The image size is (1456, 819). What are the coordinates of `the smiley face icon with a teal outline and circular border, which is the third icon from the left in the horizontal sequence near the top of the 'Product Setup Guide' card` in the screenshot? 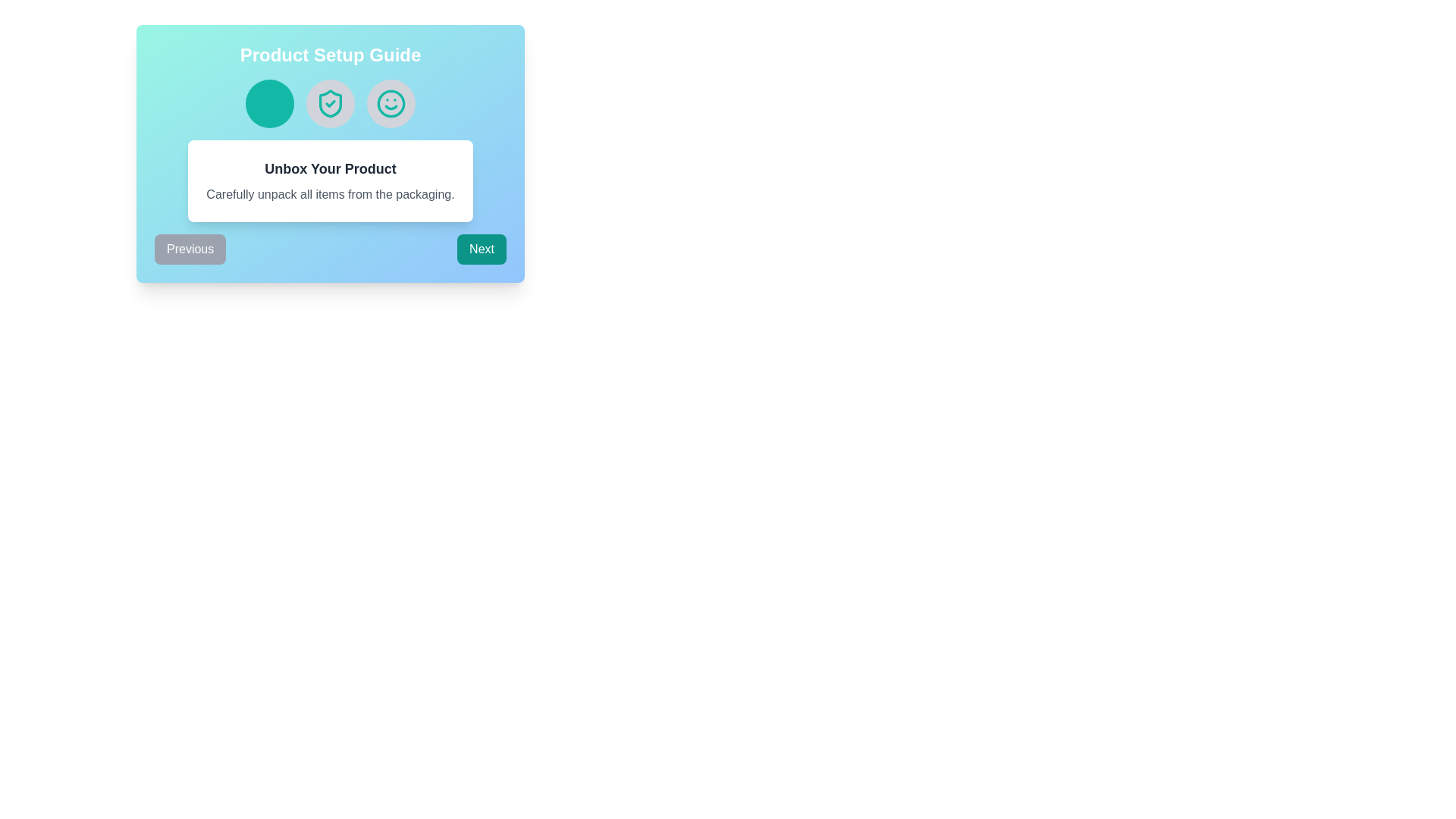 It's located at (391, 103).